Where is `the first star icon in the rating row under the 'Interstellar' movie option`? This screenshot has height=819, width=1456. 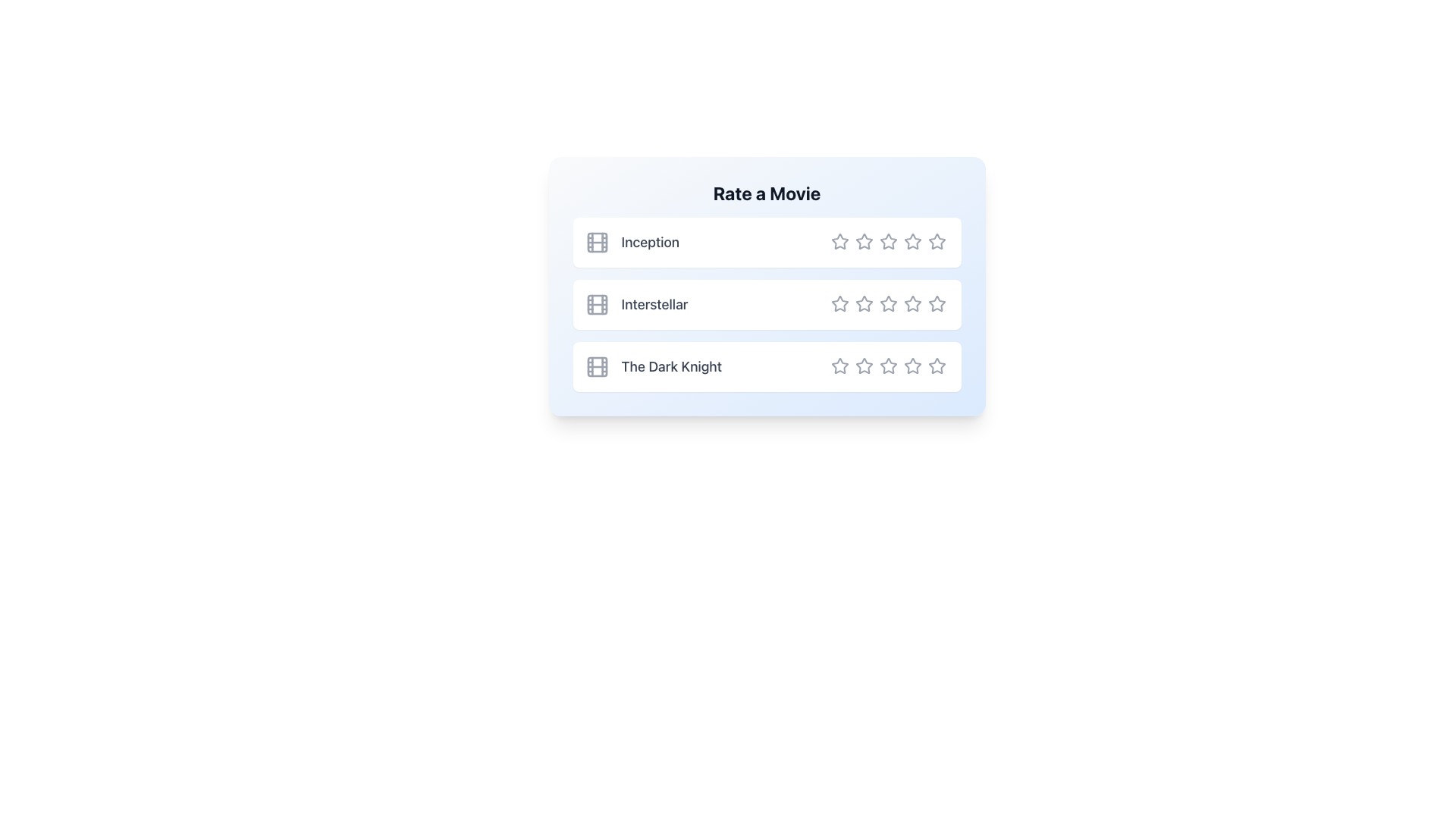 the first star icon in the rating row under the 'Interstellar' movie option is located at coordinates (839, 304).